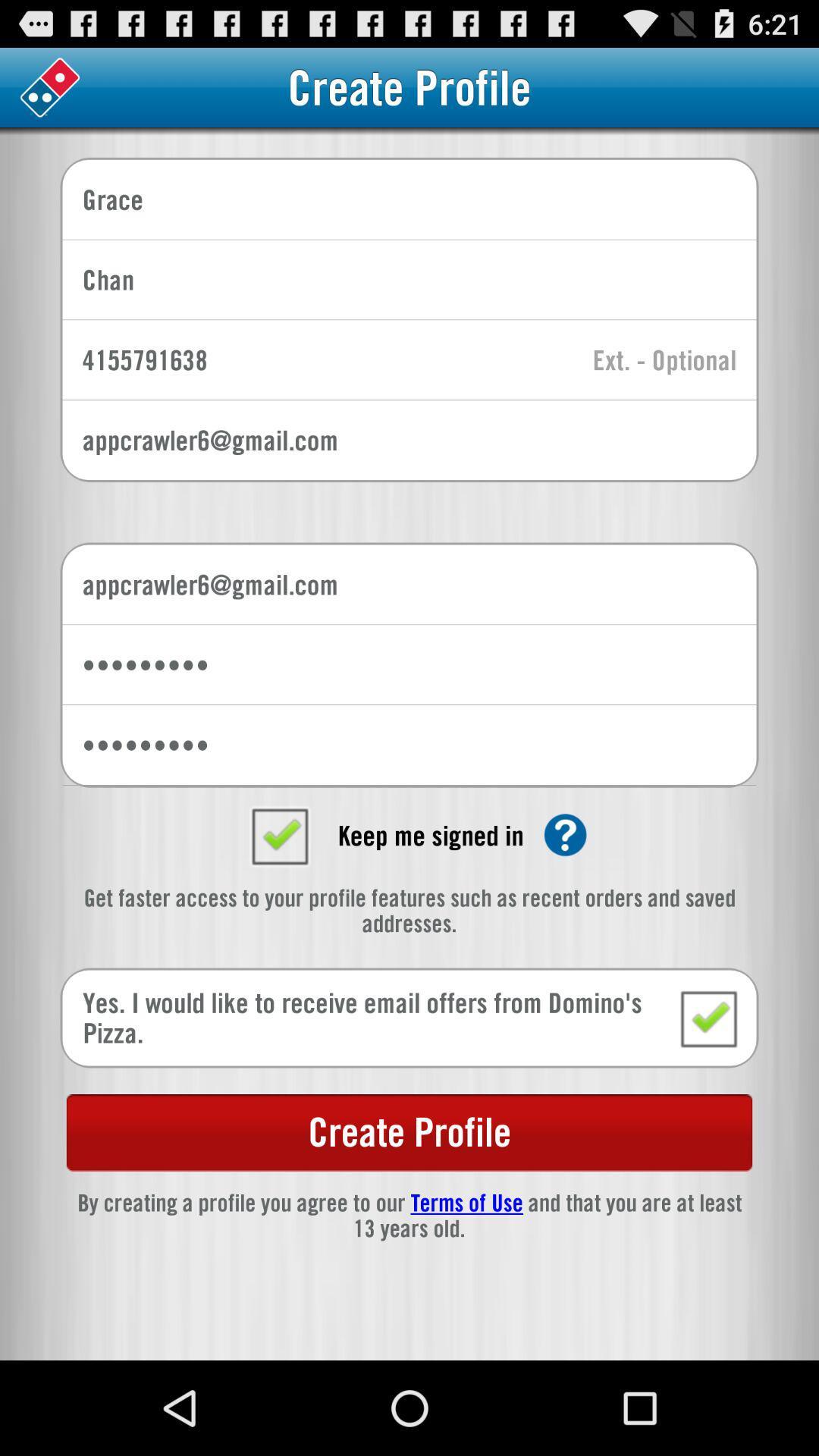 This screenshot has height=1456, width=819. I want to click on entry field, so click(664, 360).